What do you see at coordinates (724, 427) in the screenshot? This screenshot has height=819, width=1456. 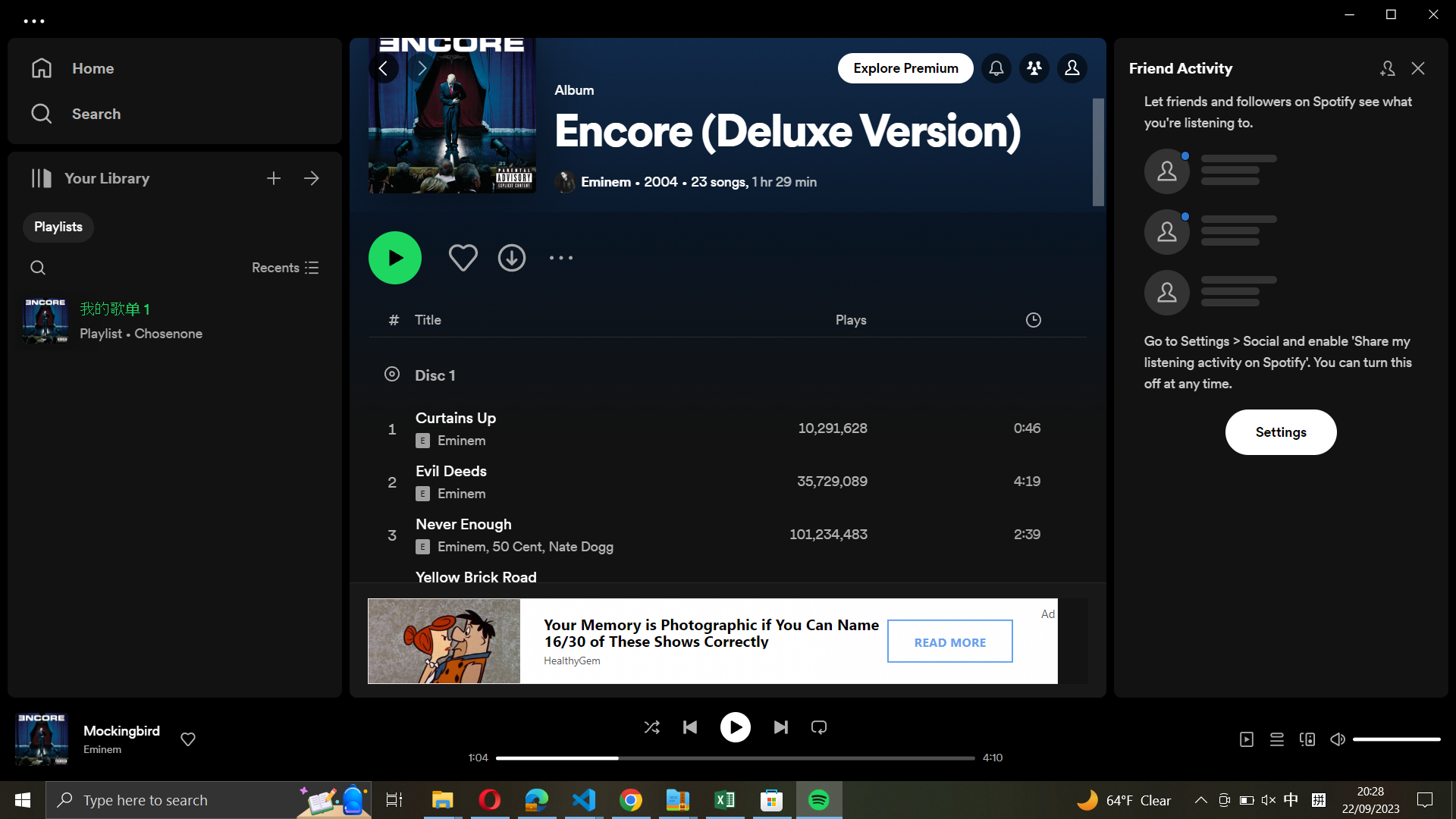 I see `Listen to Cutains Up` at bounding box center [724, 427].